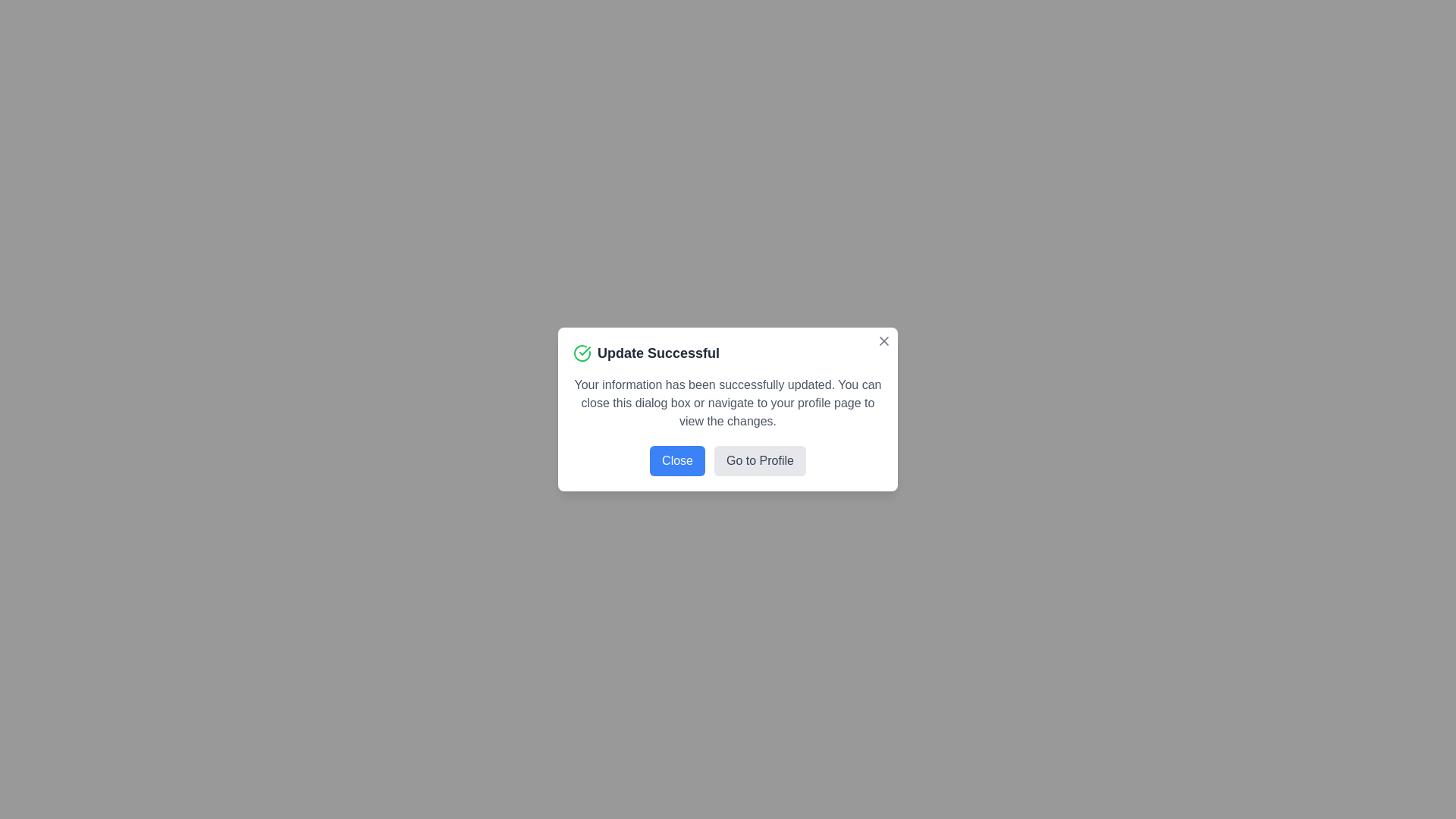  I want to click on the 'Close' button to dismiss the dialog, so click(676, 460).